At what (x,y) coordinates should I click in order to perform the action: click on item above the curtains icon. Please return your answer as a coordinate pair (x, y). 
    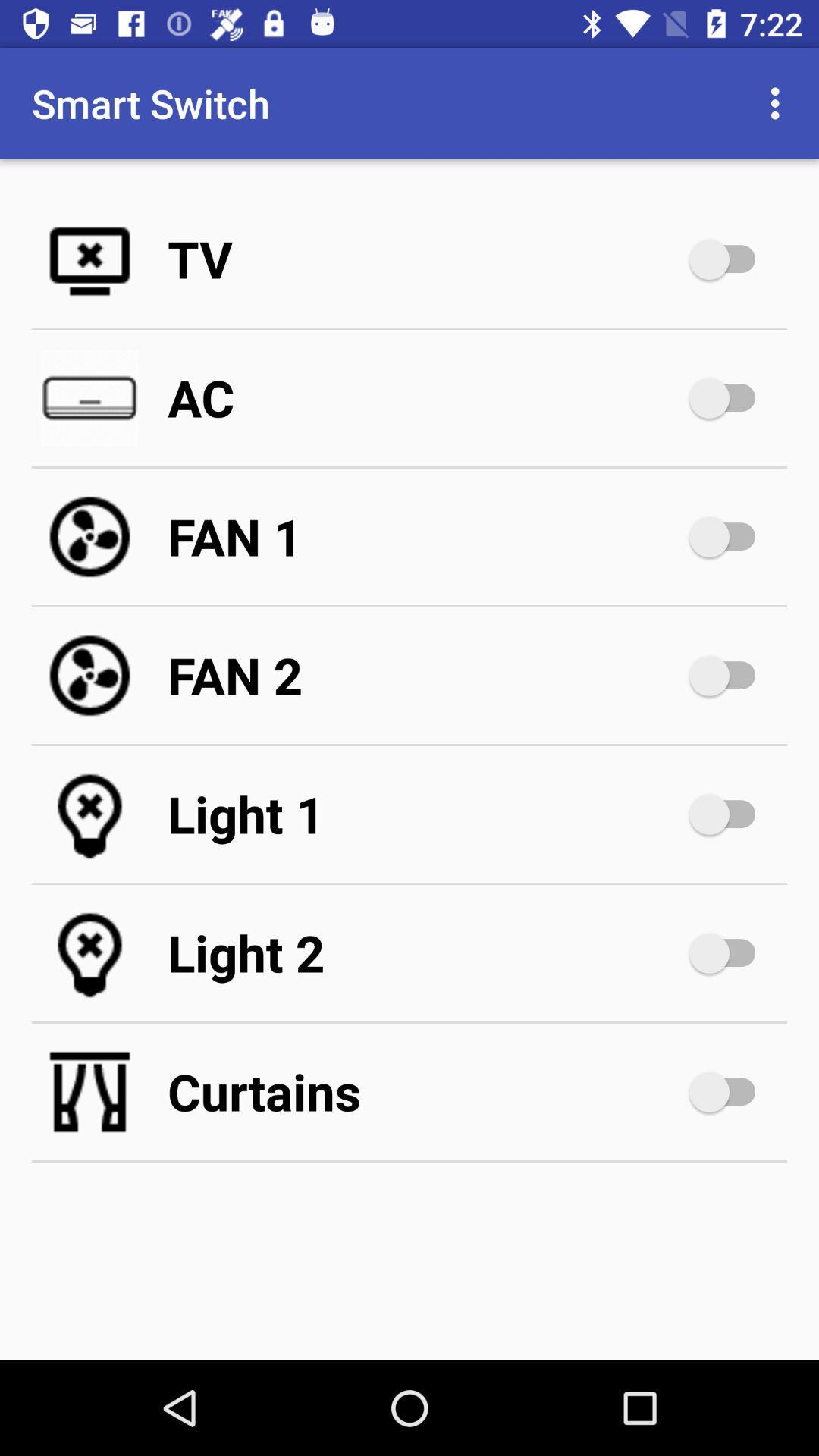
    Looking at the image, I should click on (425, 952).